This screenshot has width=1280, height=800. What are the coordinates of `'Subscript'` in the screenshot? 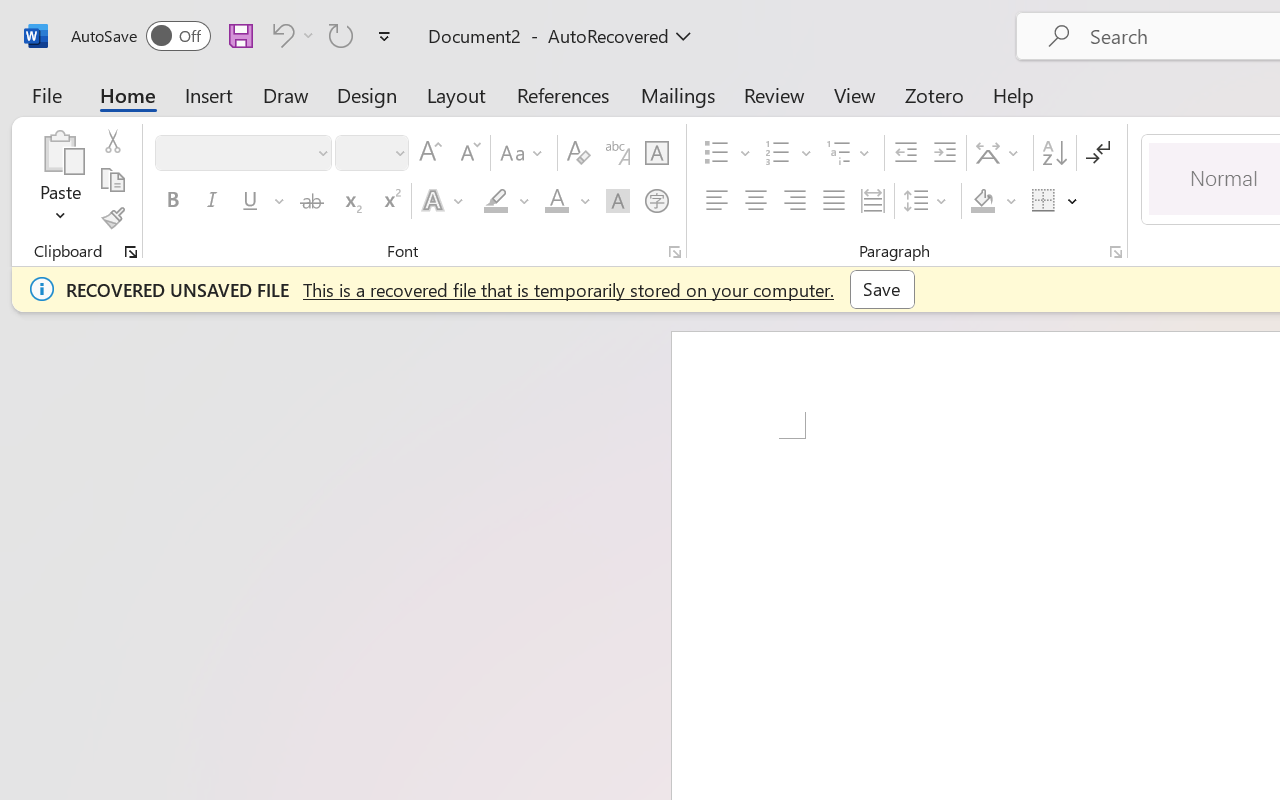 It's located at (350, 201).